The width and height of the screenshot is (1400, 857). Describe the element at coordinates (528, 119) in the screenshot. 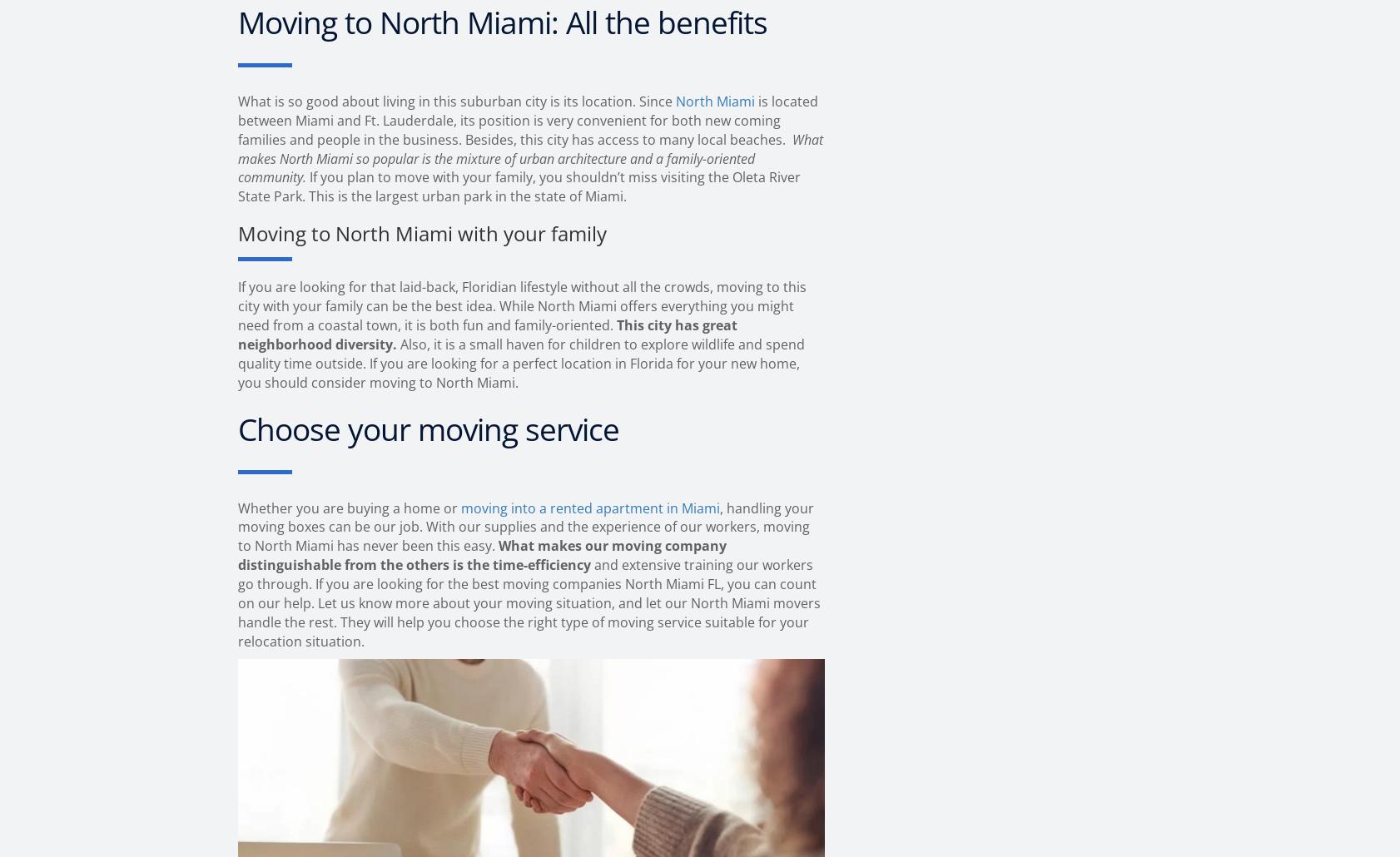

I see `'is located between Miami and Ft. Lauderdale, its position is very convenient for both new coming families and people in the business. Besides, this city has access to many local beaches.'` at that location.